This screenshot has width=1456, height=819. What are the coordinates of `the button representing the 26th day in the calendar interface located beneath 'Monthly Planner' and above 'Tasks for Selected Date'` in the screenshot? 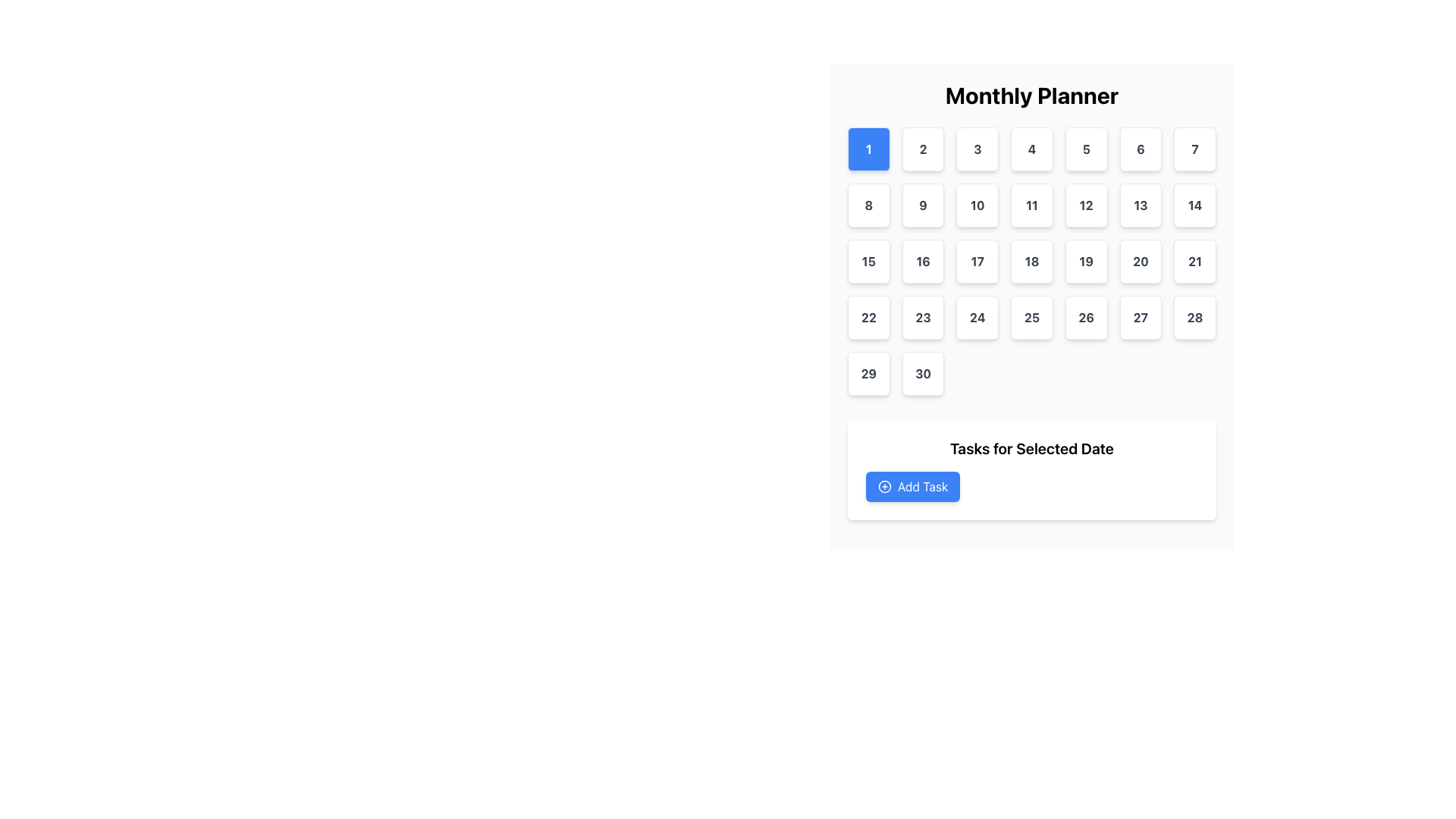 It's located at (1085, 317).